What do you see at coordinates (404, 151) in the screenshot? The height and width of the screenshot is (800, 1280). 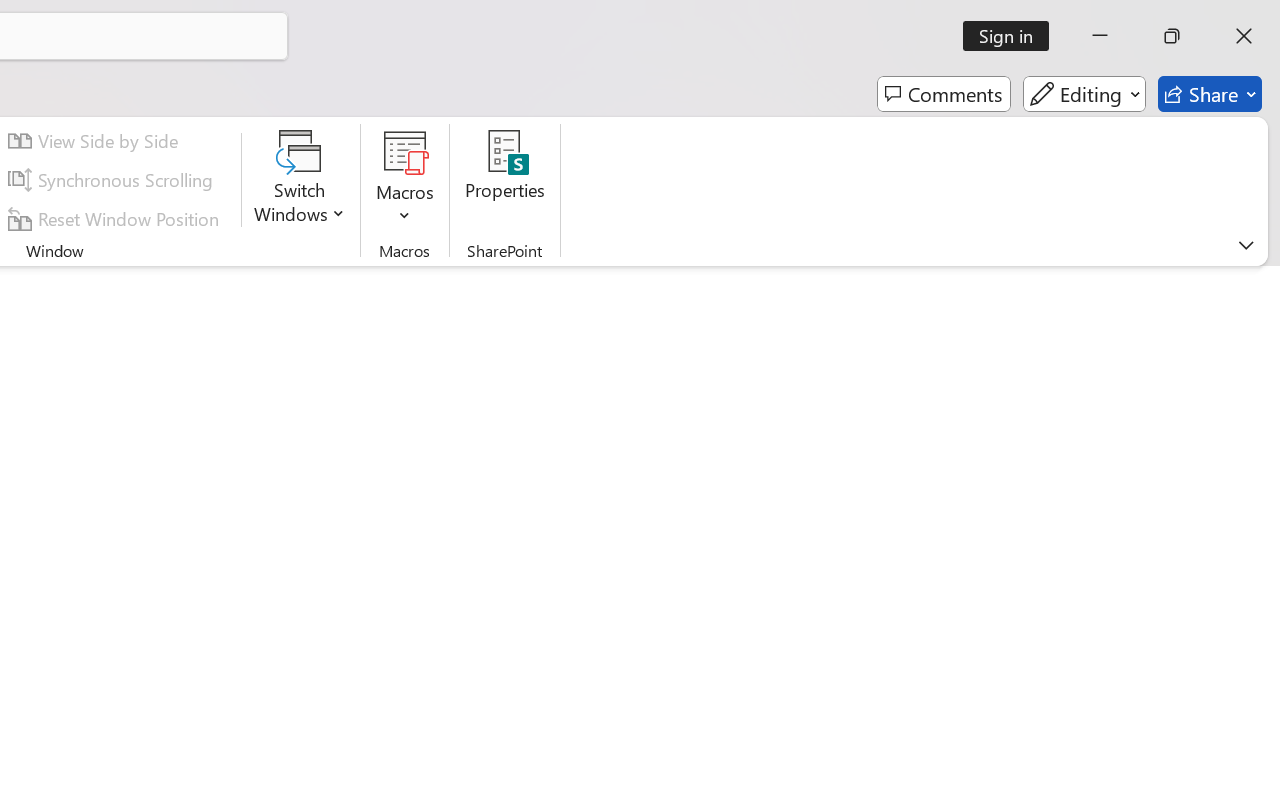 I see `'View Macros'` at bounding box center [404, 151].